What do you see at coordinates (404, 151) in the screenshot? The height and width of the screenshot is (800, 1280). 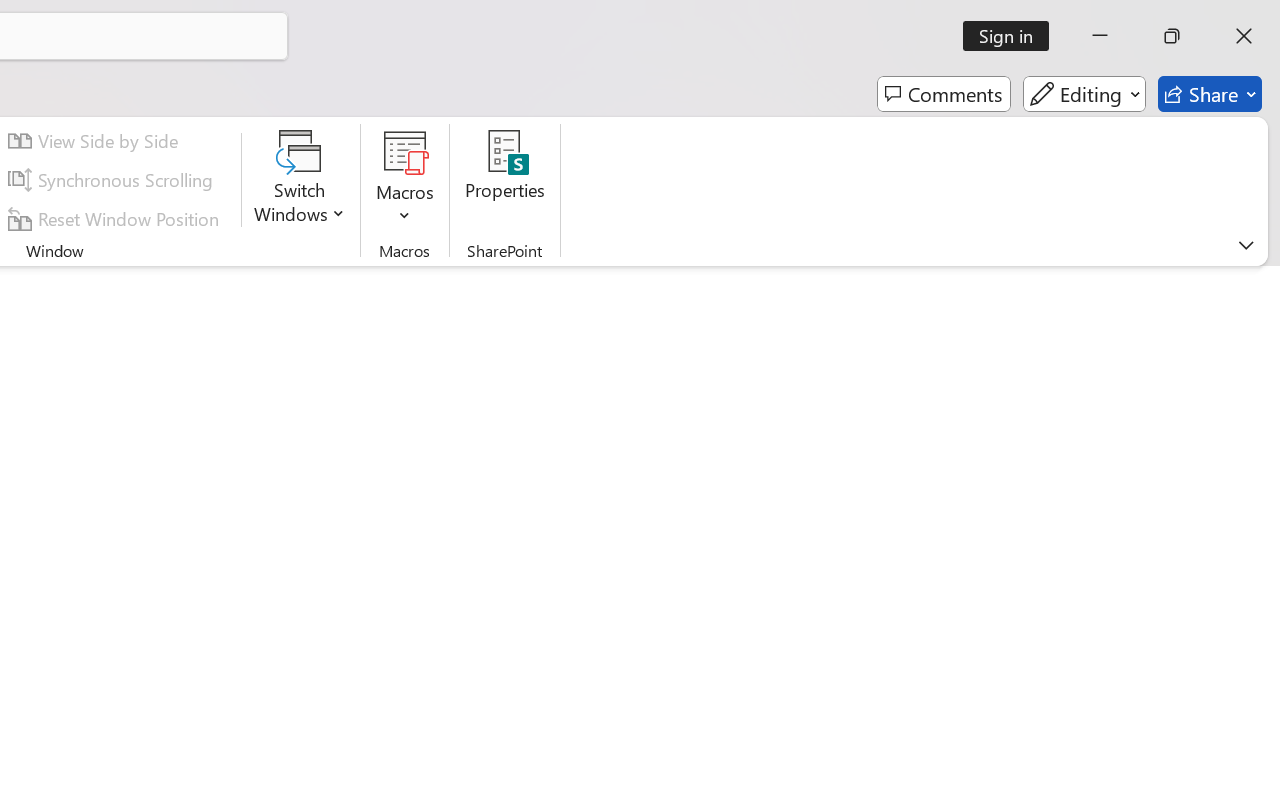 I see `'View Macros'` at bounding box center [404, 151].